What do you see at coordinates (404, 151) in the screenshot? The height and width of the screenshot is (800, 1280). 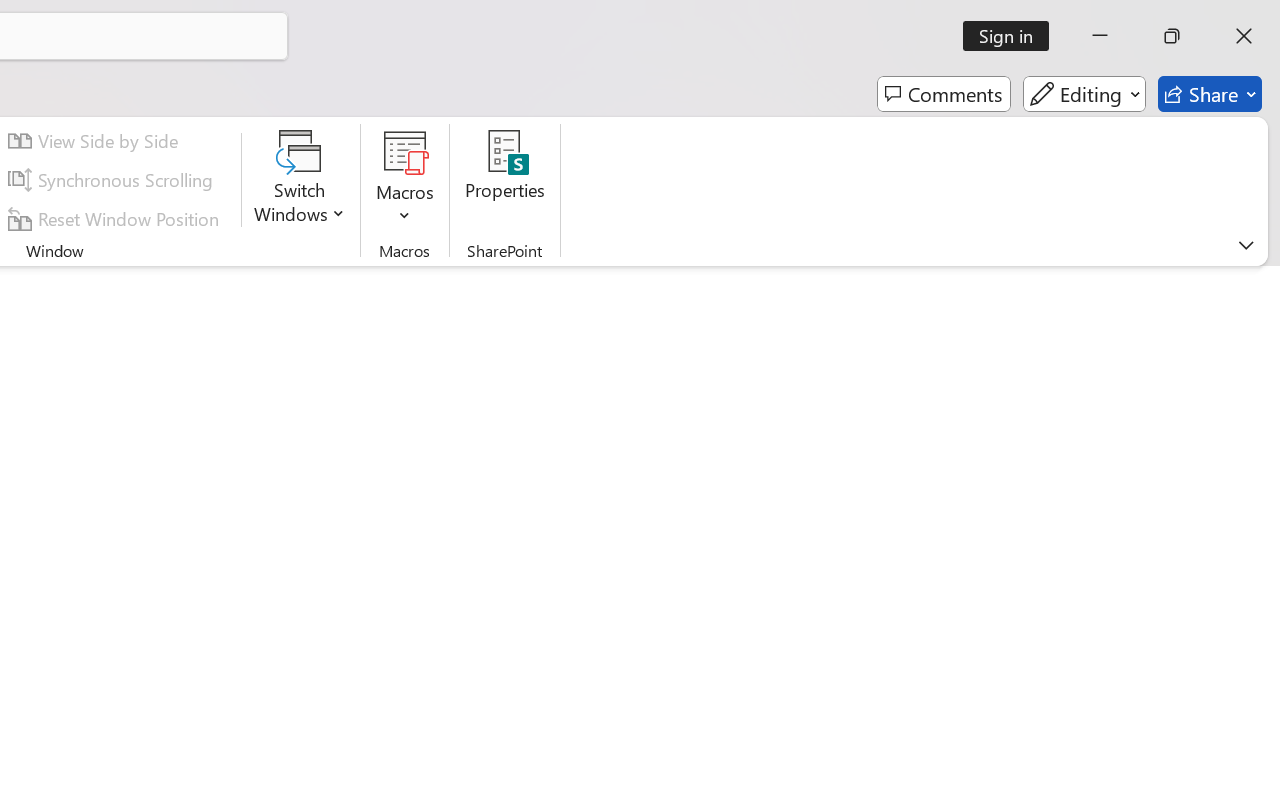 I see `'View Macros'` at bounding box center [404, 151].